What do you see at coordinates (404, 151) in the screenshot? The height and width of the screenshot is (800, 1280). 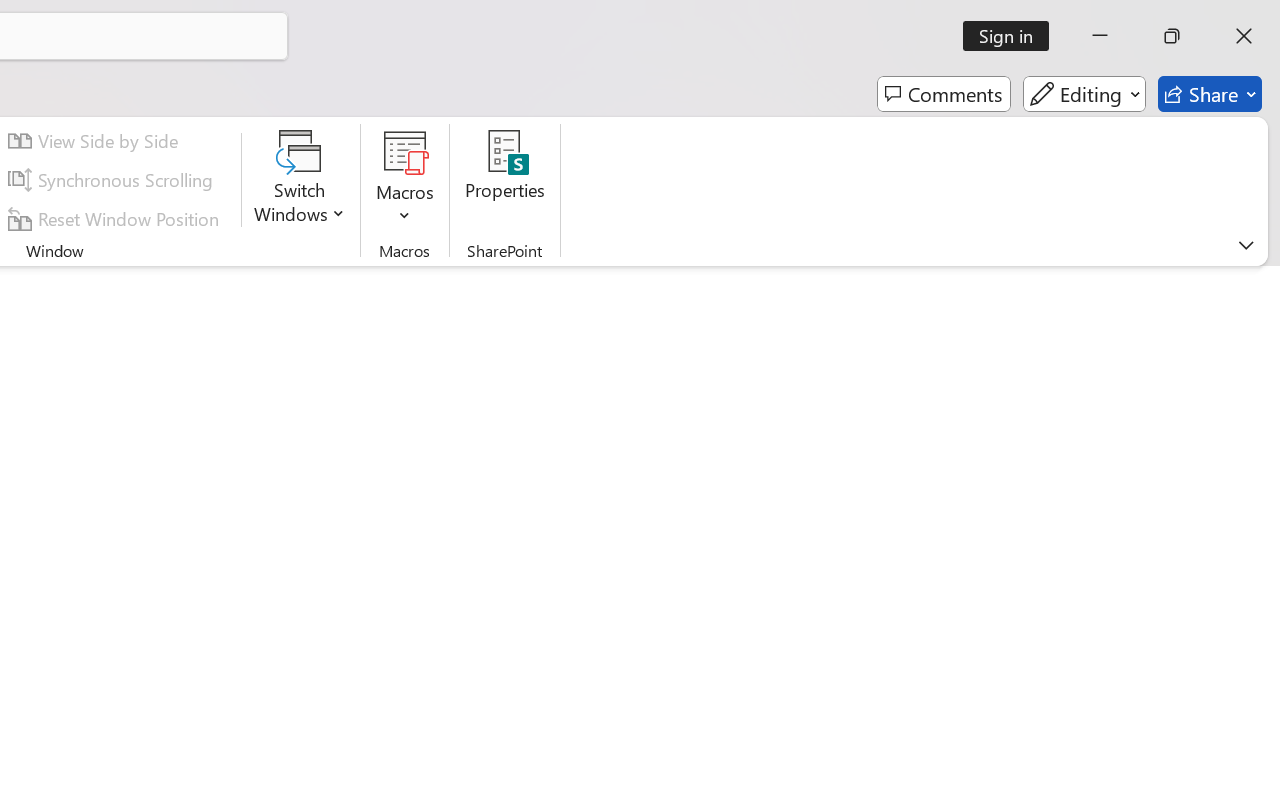 I see `'View Macros'` at bounding box center [404, 151].